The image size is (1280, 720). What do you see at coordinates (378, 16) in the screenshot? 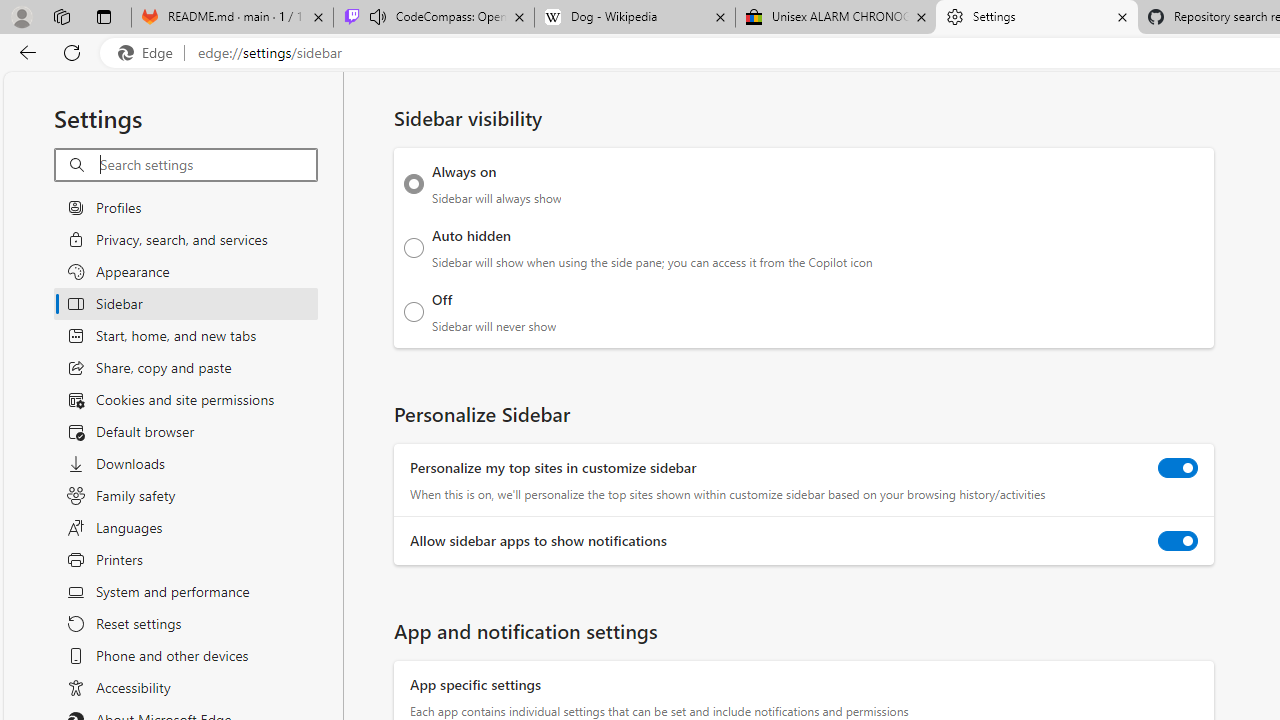
I see `'Mute tab'` at bounding box center [378, 16].